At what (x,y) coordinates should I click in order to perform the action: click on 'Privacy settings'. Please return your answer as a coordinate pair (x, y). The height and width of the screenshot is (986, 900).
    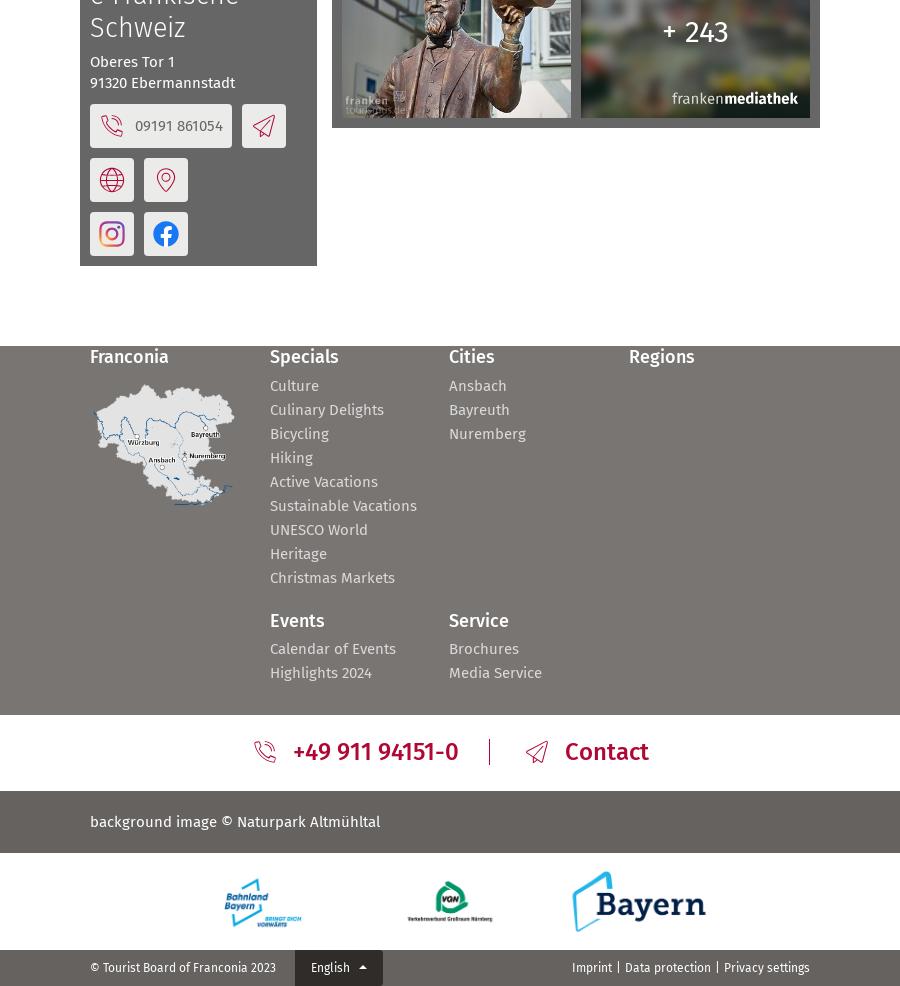
    Looking at the image, I should click on (765, 966).